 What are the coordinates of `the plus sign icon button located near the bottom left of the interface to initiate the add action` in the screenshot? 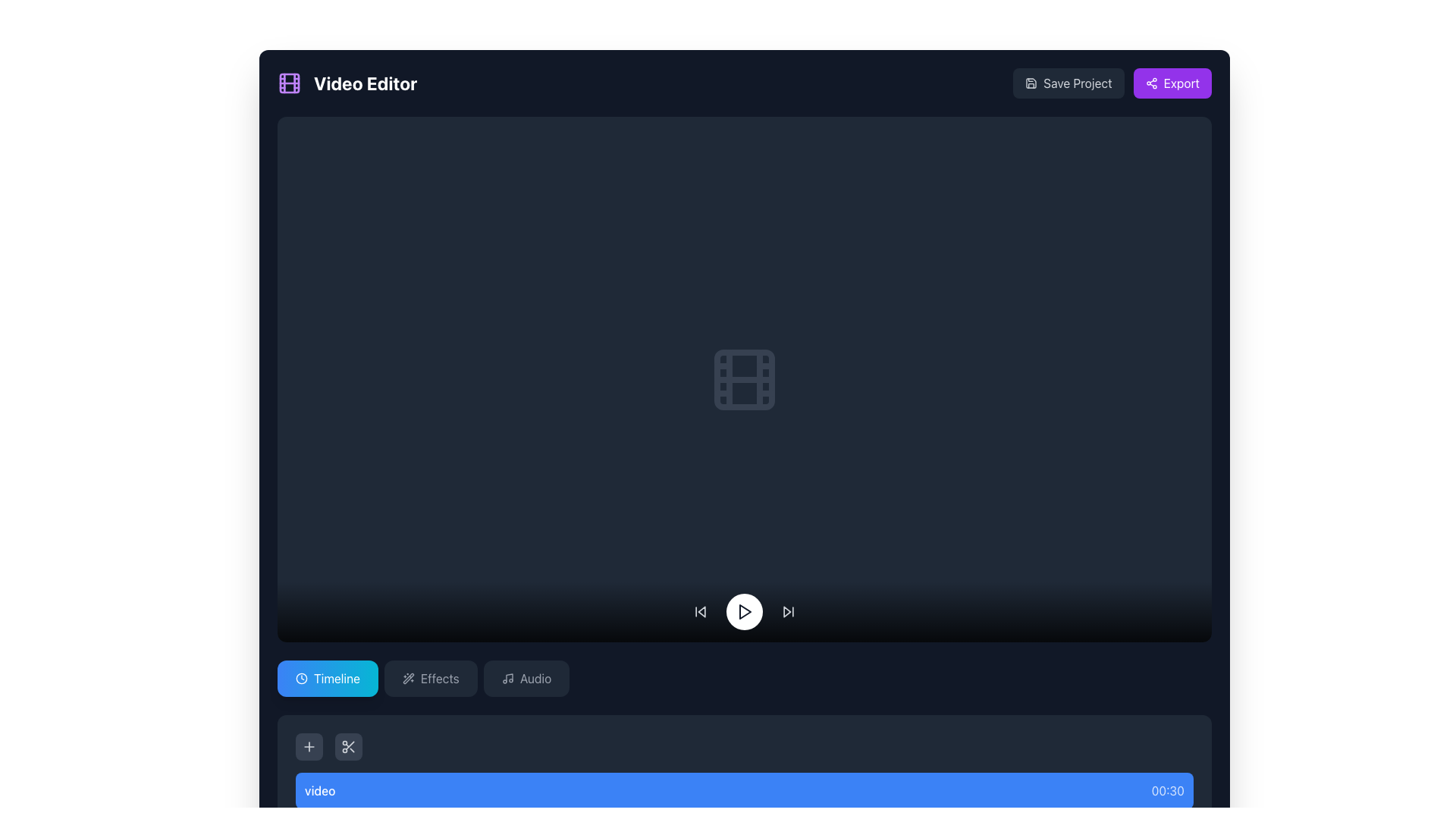 It's located at (309, 745).